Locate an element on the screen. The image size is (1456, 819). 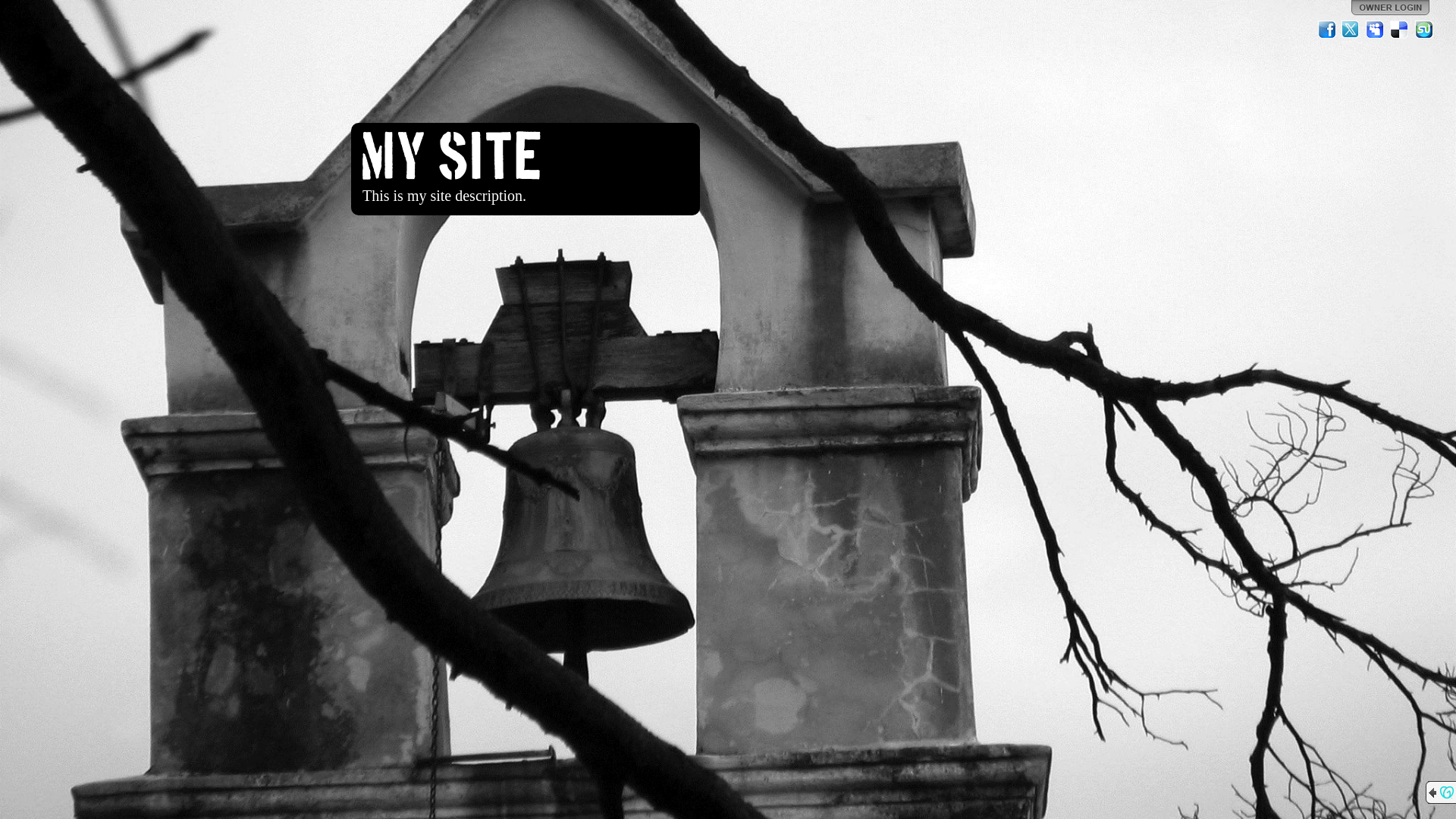
'Facebook' is located at coordinates (1326, 29).